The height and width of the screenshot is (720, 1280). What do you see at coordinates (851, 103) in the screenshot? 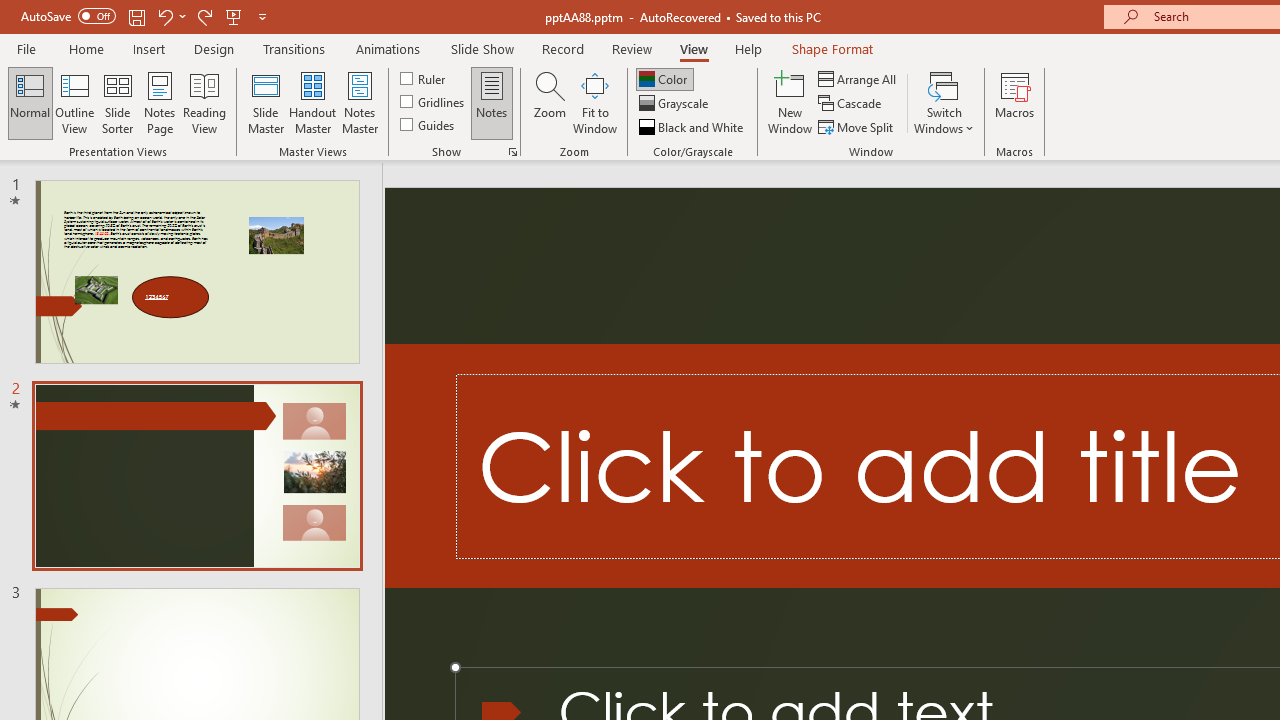
I see `'Cascade'` at bounding box center [851, 103].